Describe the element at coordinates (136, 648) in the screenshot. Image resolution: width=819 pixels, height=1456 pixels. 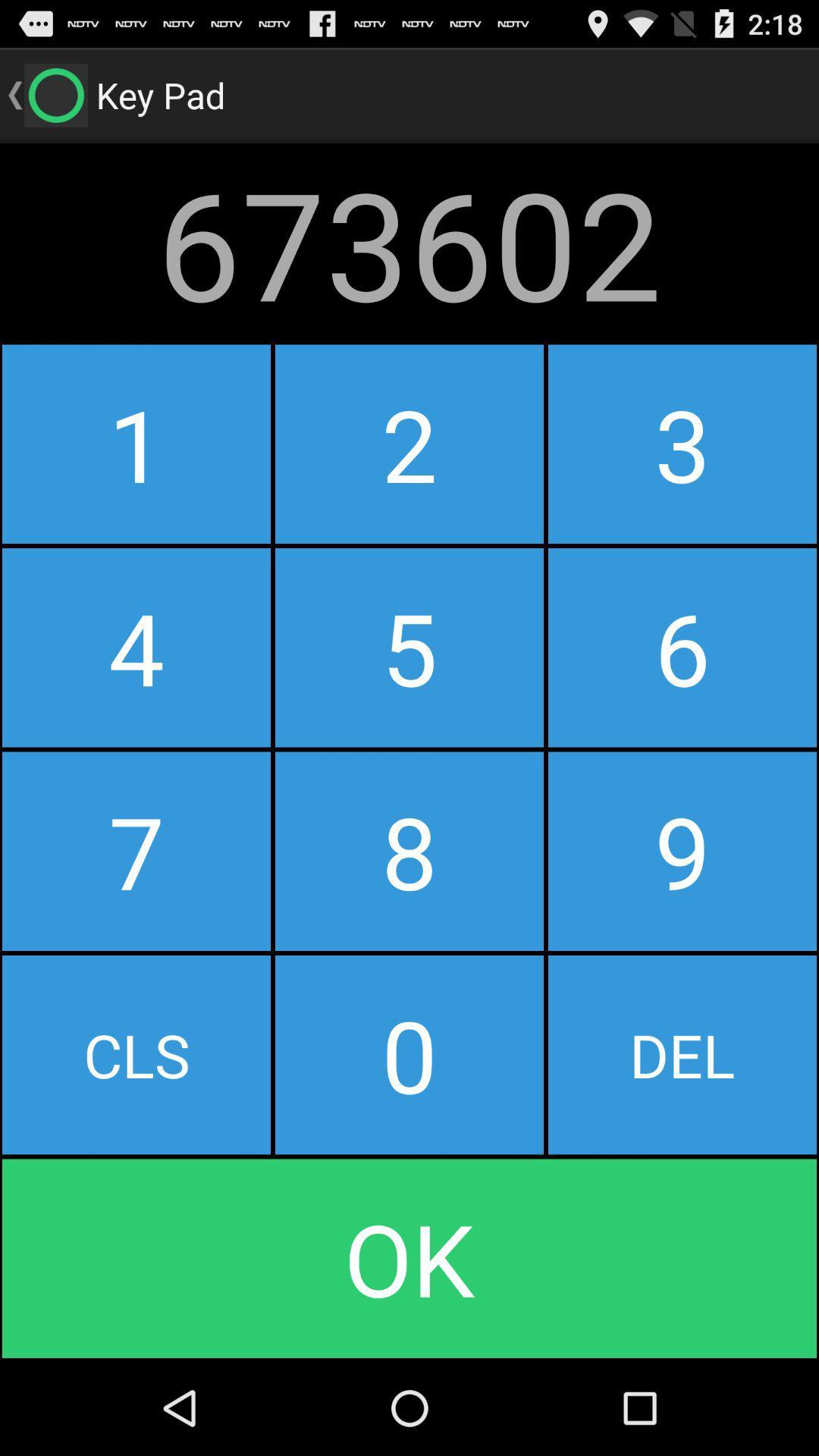
I see `the button to the left of the 2 icon` at that location.